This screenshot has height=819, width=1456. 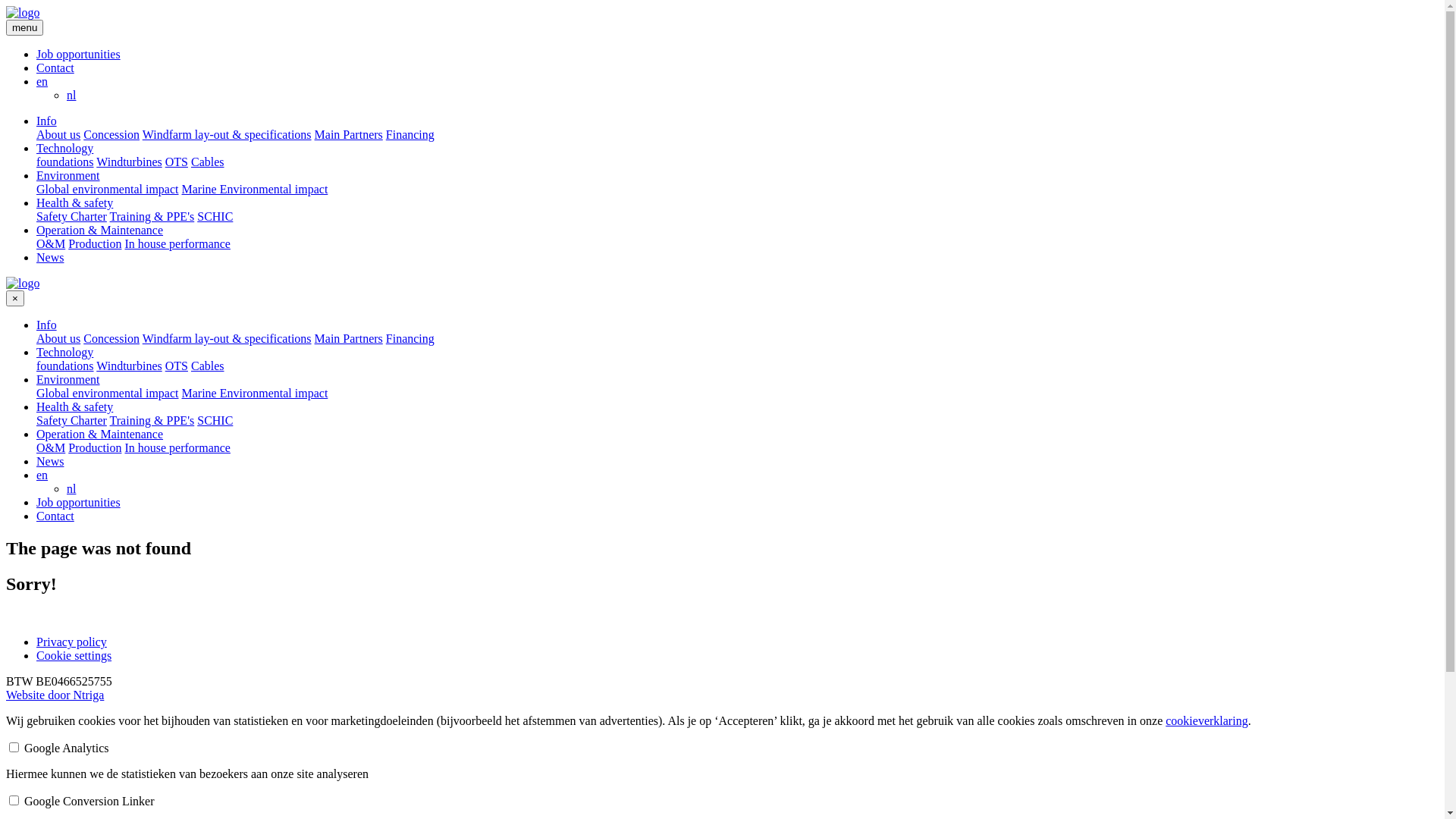 I want to click on 'Financing', so click(x=410, y=337).